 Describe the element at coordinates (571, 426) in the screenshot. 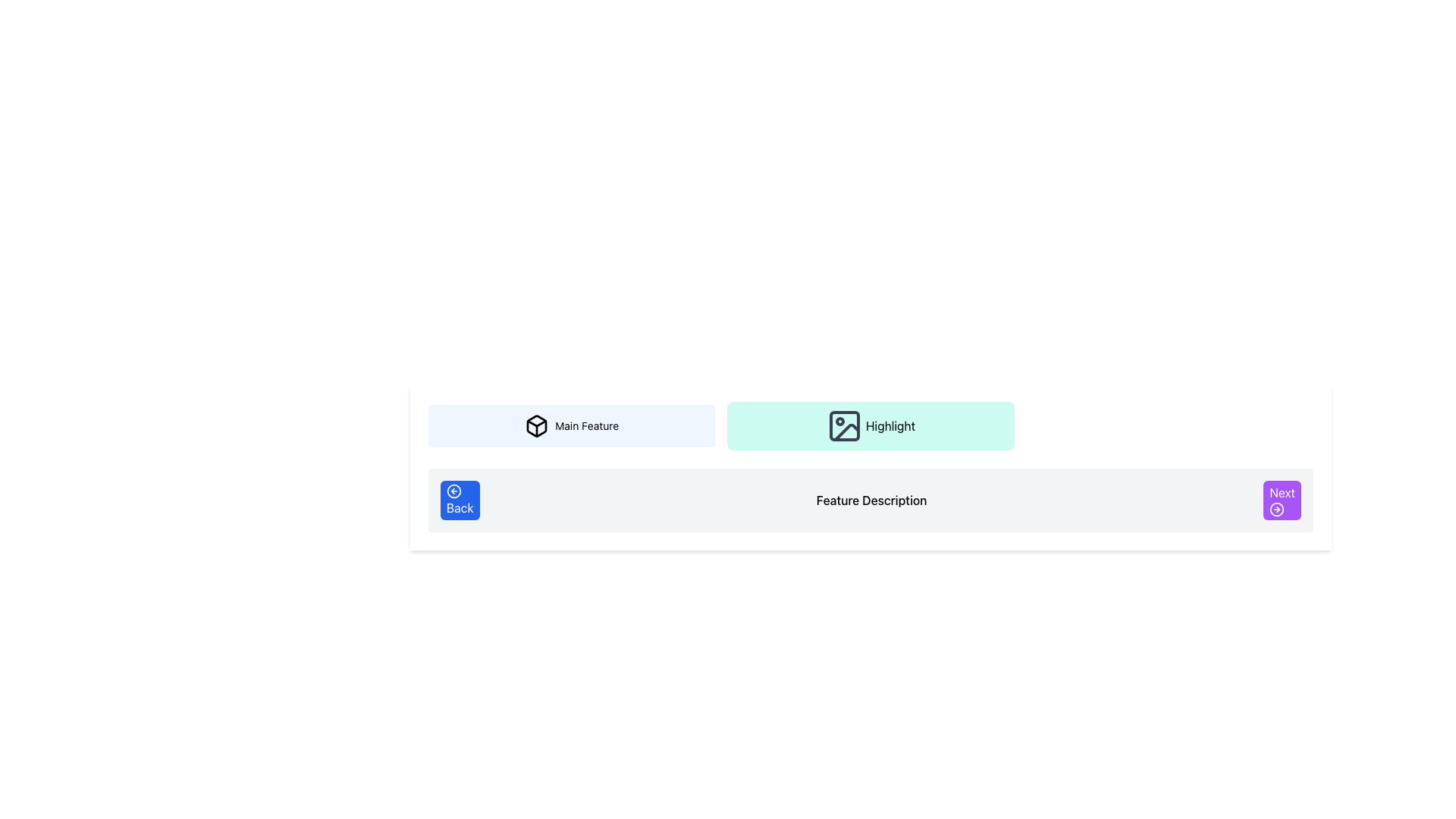

I see `the 'Main Feature' button located in the first position of a three-column grid, adjacent to the 'Highlight' button and above the 'Back' button` at that location.